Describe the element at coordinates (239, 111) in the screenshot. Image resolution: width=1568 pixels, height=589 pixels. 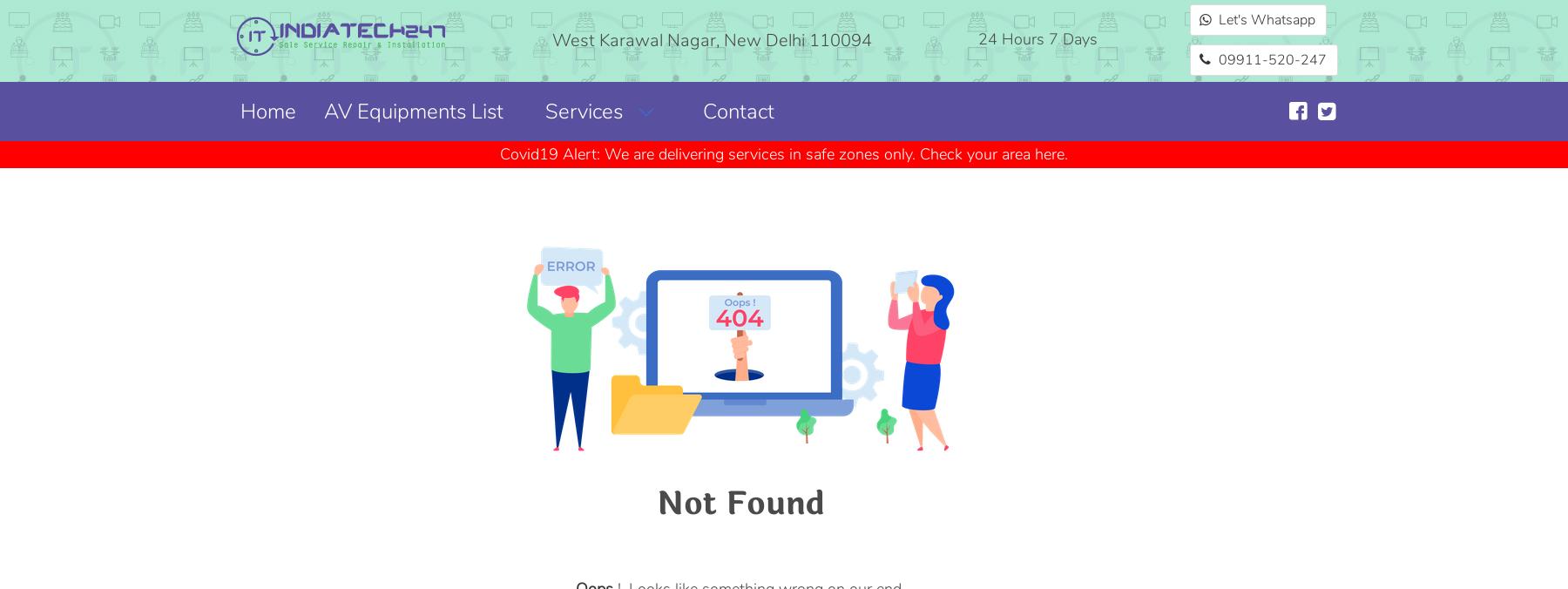
I see `'Home'` at that location.